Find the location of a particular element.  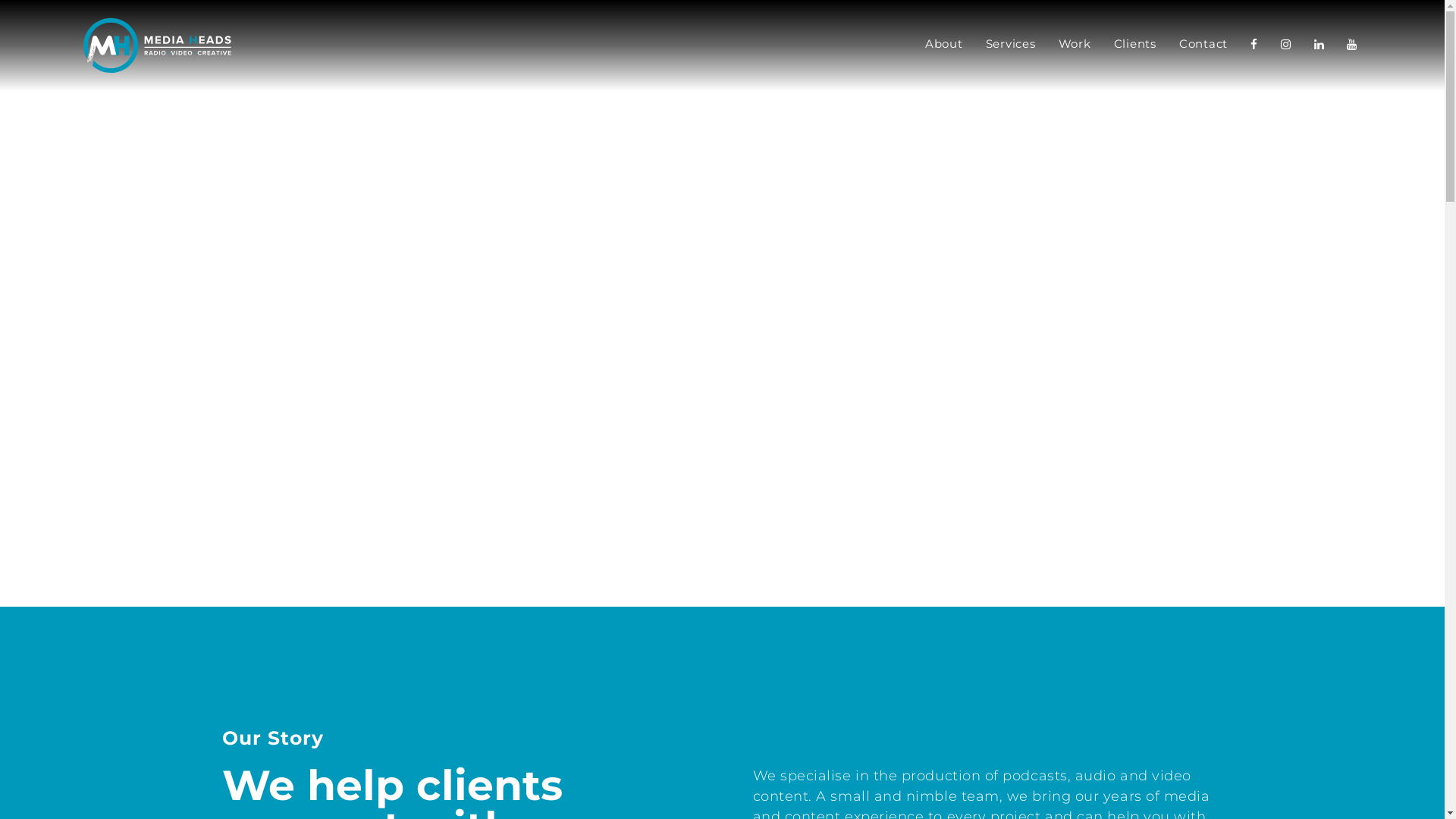

'Work' is located at coordinates (1073, 45).